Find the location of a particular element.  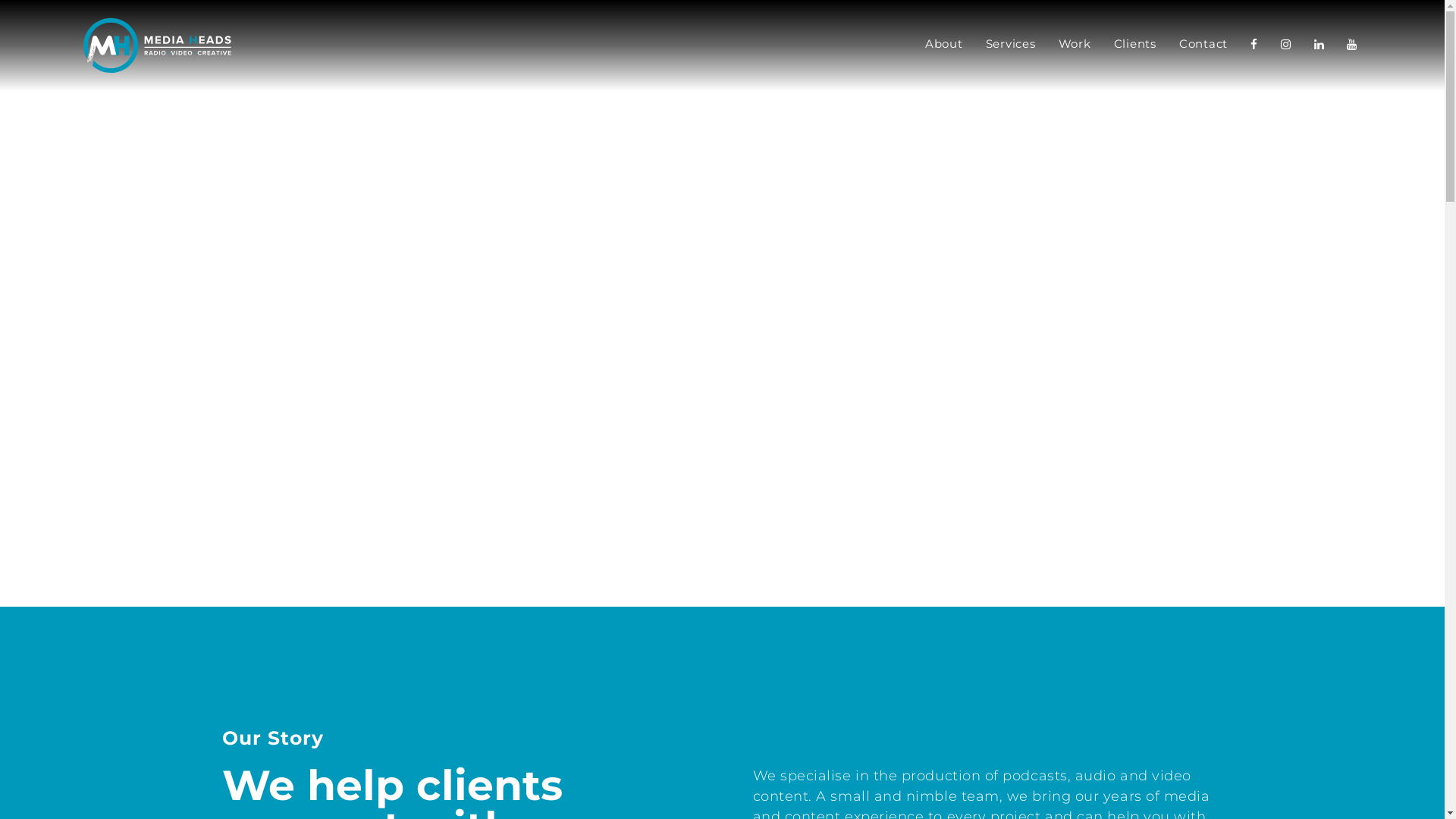

'Work' is located at coordinates (1073, 45).